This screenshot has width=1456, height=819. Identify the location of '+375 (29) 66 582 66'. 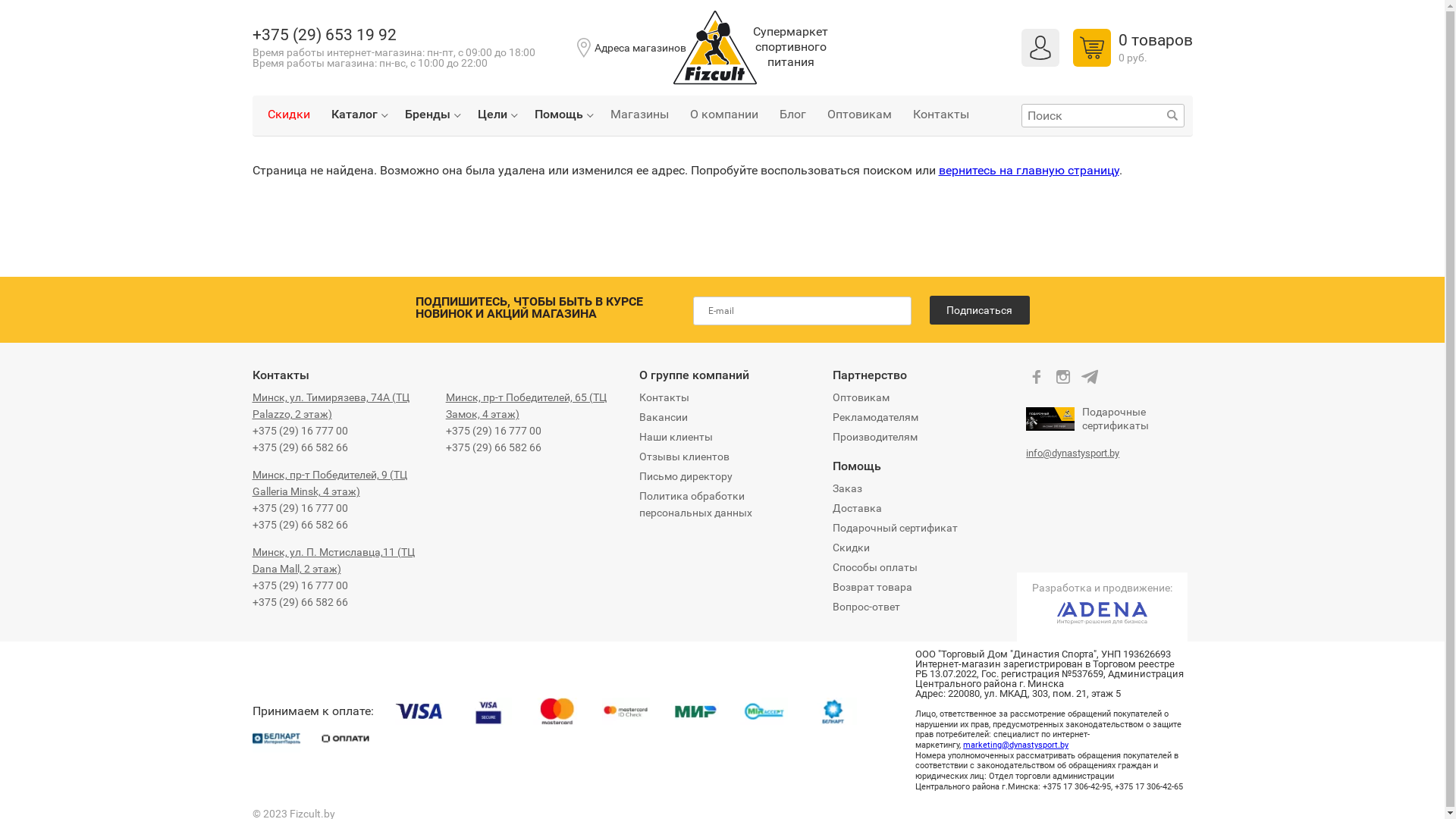
(299, 447).